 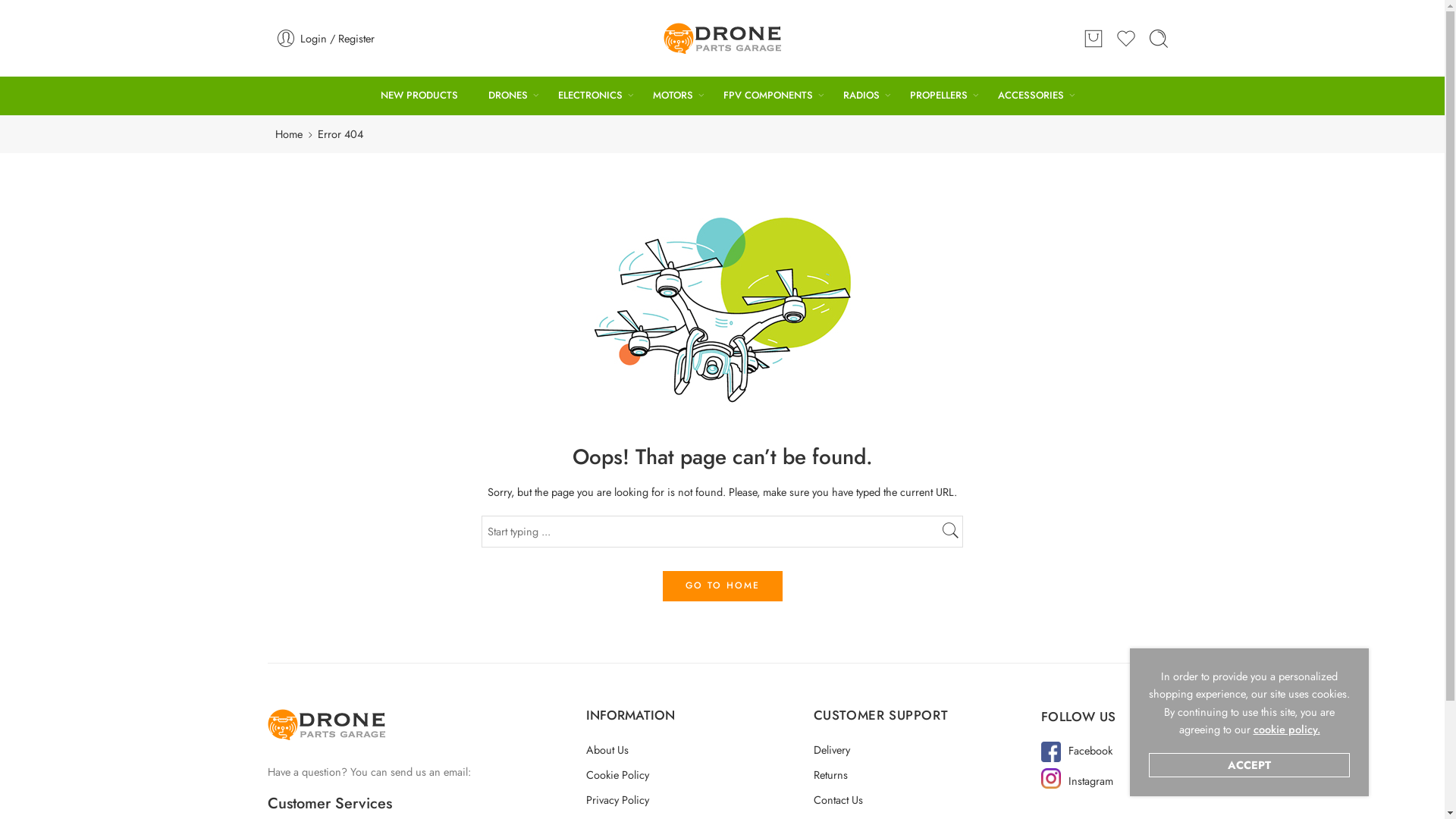 What do you see at coordinates (663, 37) in the screenshot?
I see `'Drone Parts Garage - Drone Parts Garage'` at bounding box center [663, 37].